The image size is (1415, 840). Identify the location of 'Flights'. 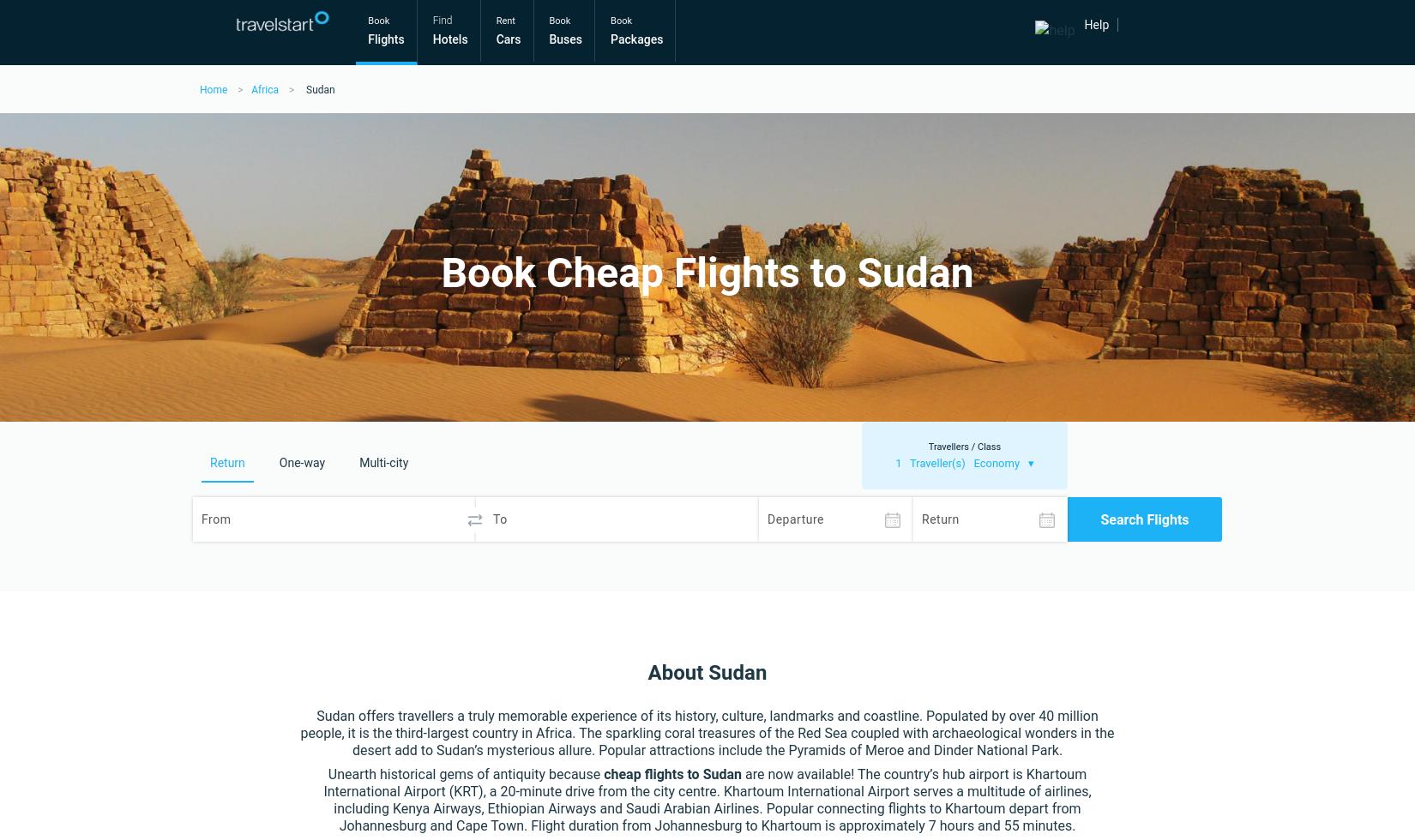
(384, 39).